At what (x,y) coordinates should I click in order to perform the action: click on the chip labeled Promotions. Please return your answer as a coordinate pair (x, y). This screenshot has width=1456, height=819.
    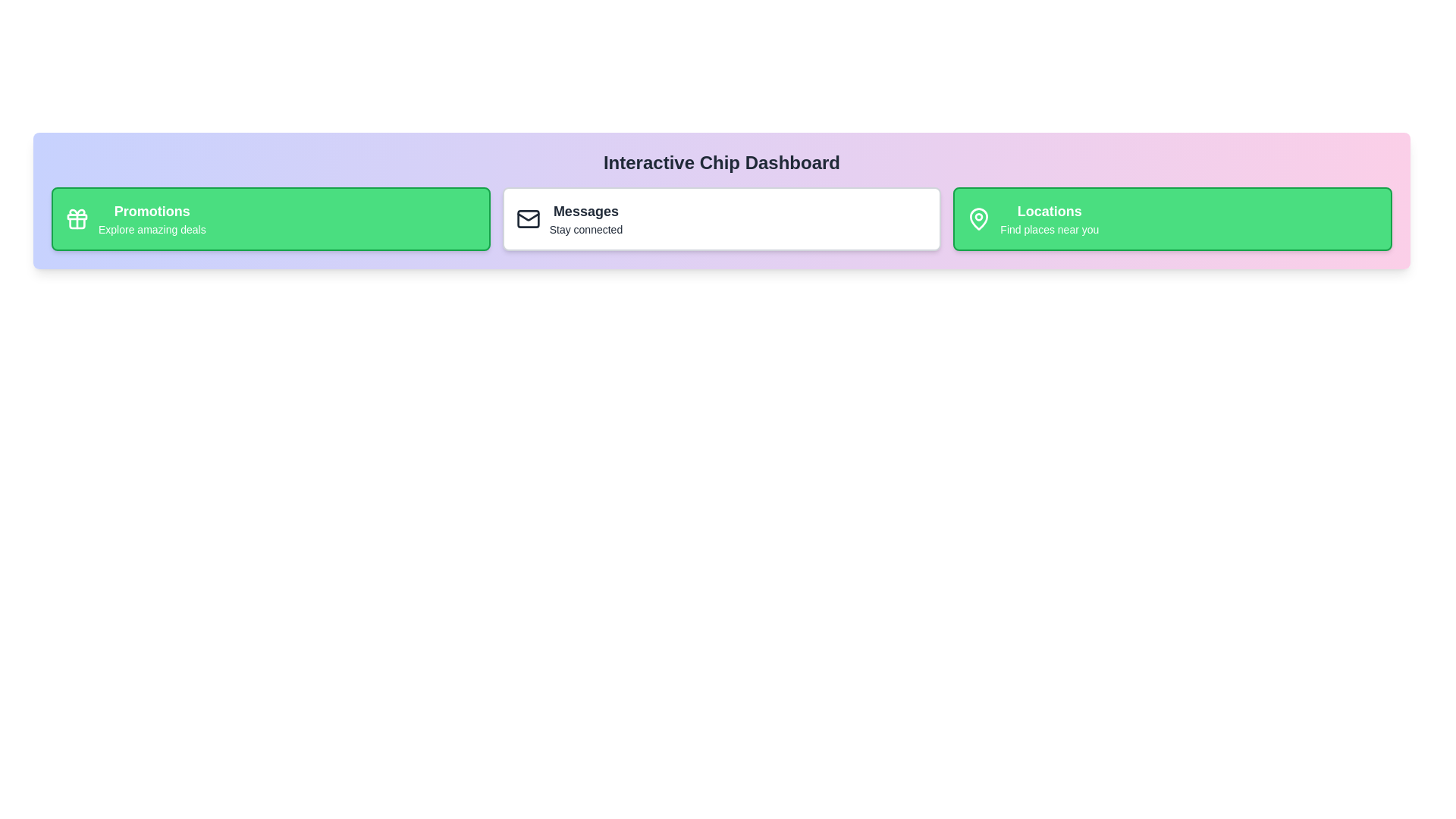
    Looking at the image, I should click on (270, 219).